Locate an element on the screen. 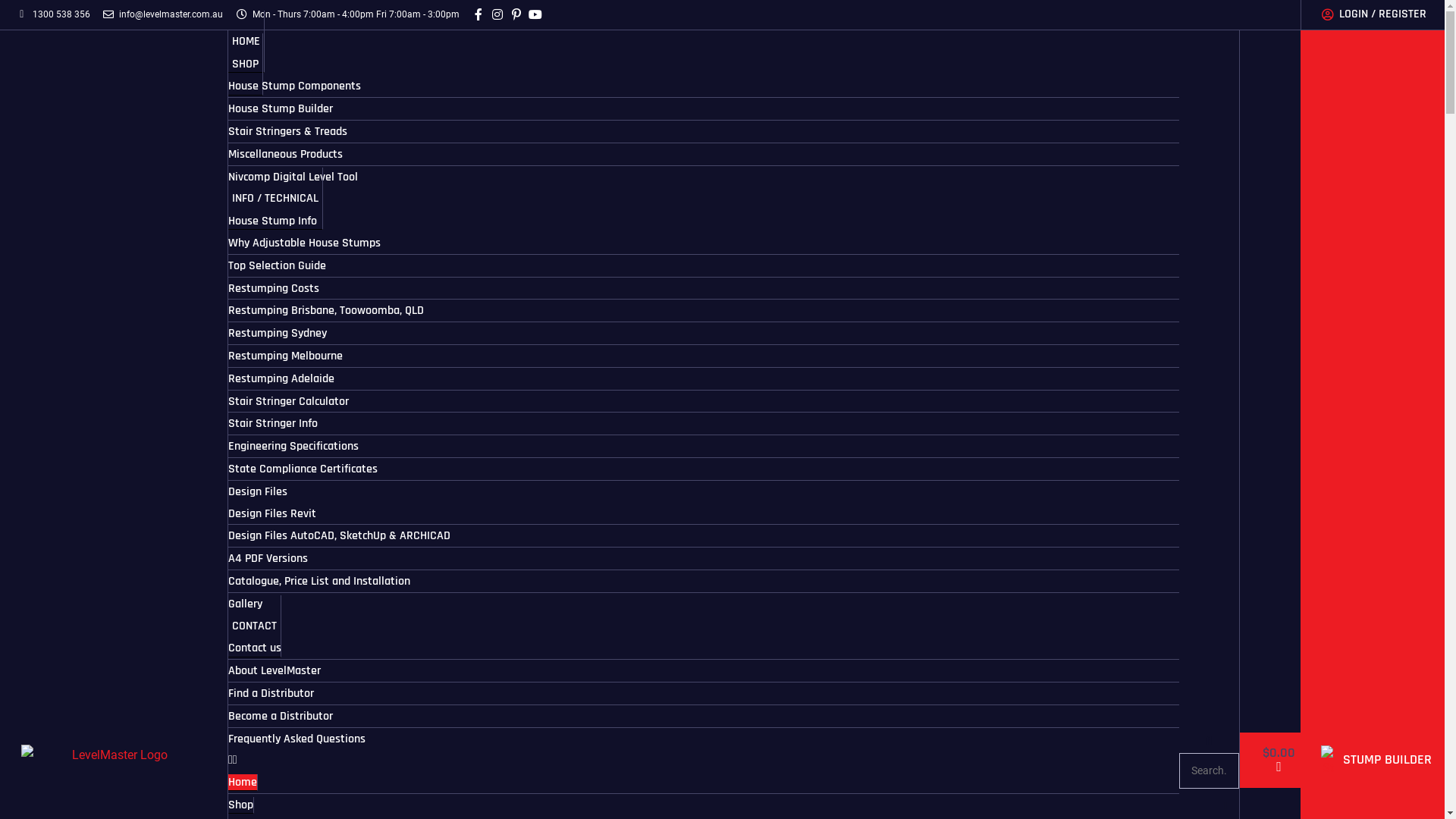  'Design Files Revit' is located at coordinates (272, 513).